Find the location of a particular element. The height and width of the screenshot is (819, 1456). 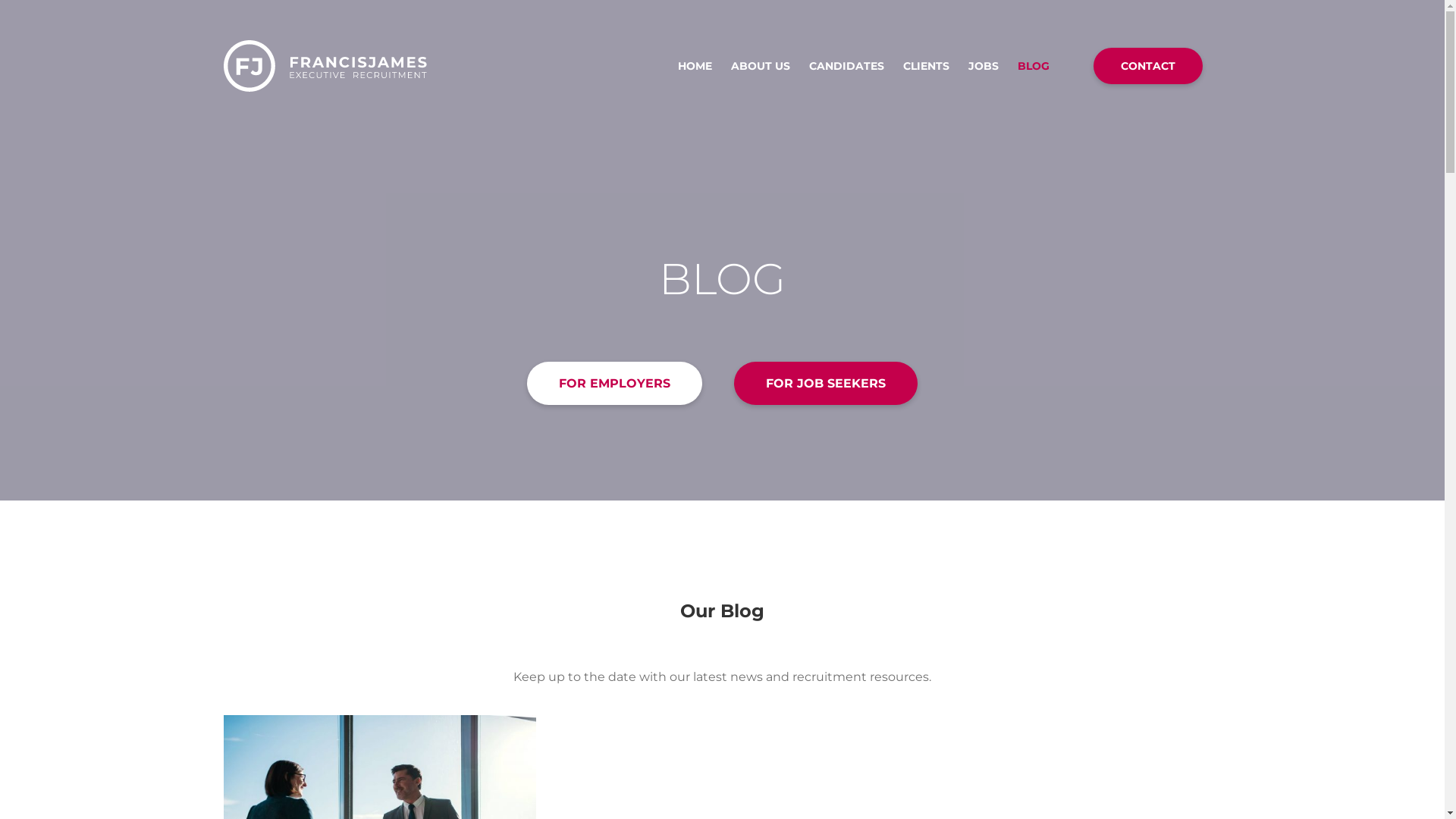

'JOBS' is located at coordinates (983, 65).